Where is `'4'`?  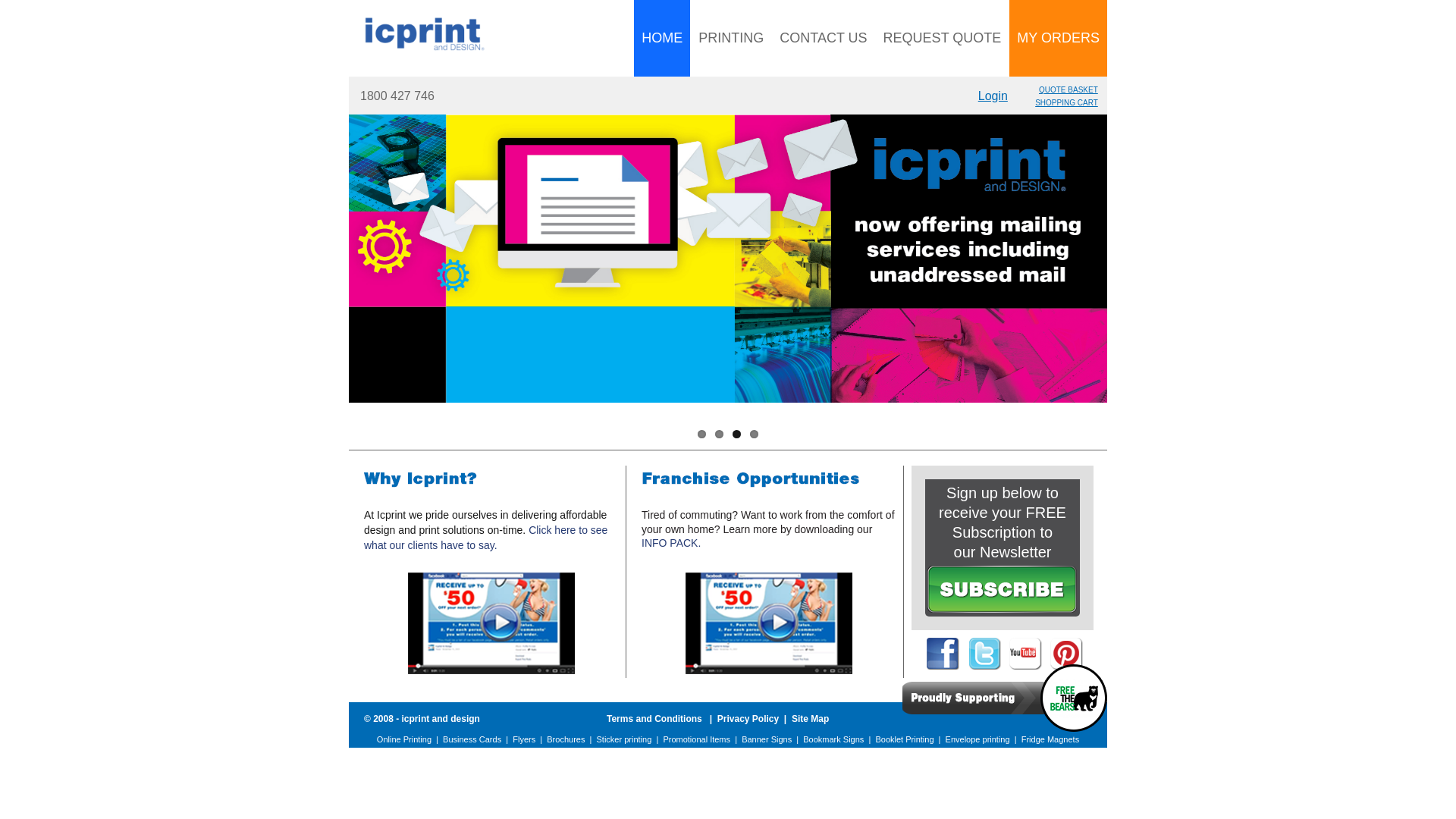 '4' is located at coordinates (754, 434).